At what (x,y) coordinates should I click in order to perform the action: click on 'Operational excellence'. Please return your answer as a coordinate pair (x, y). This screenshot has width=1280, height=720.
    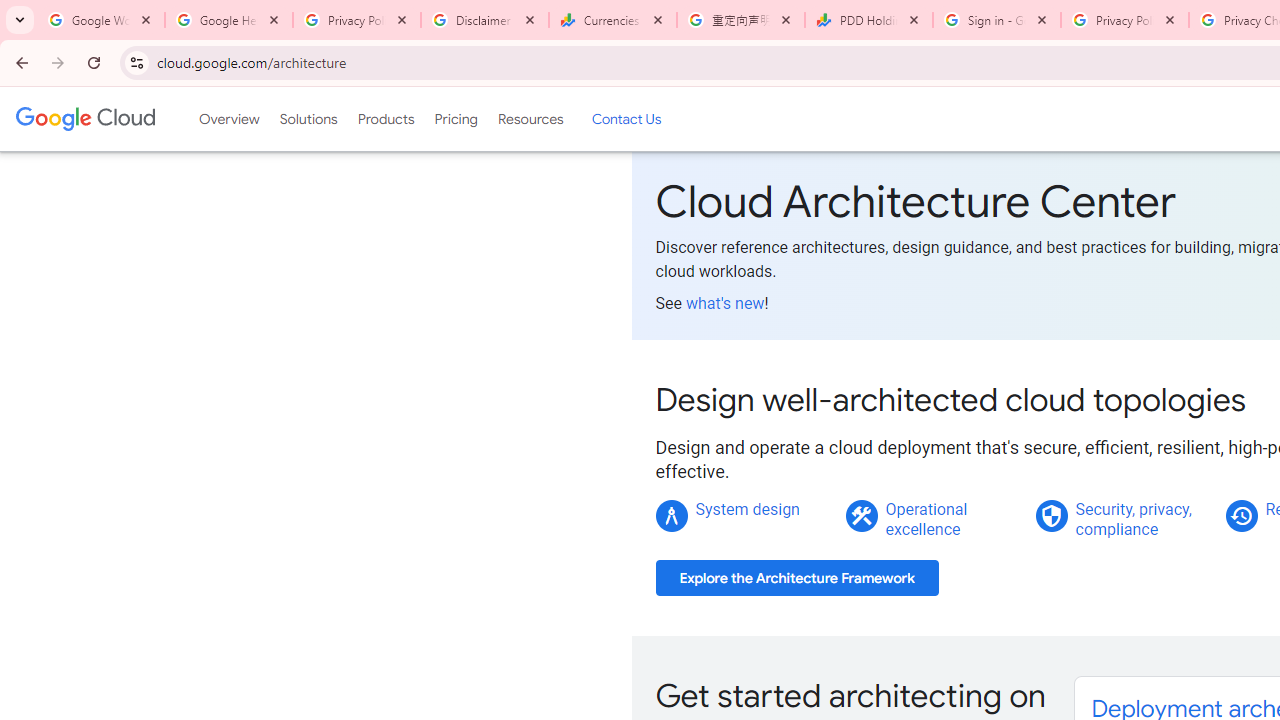
    Looking at the image, I should click on (925, 518).